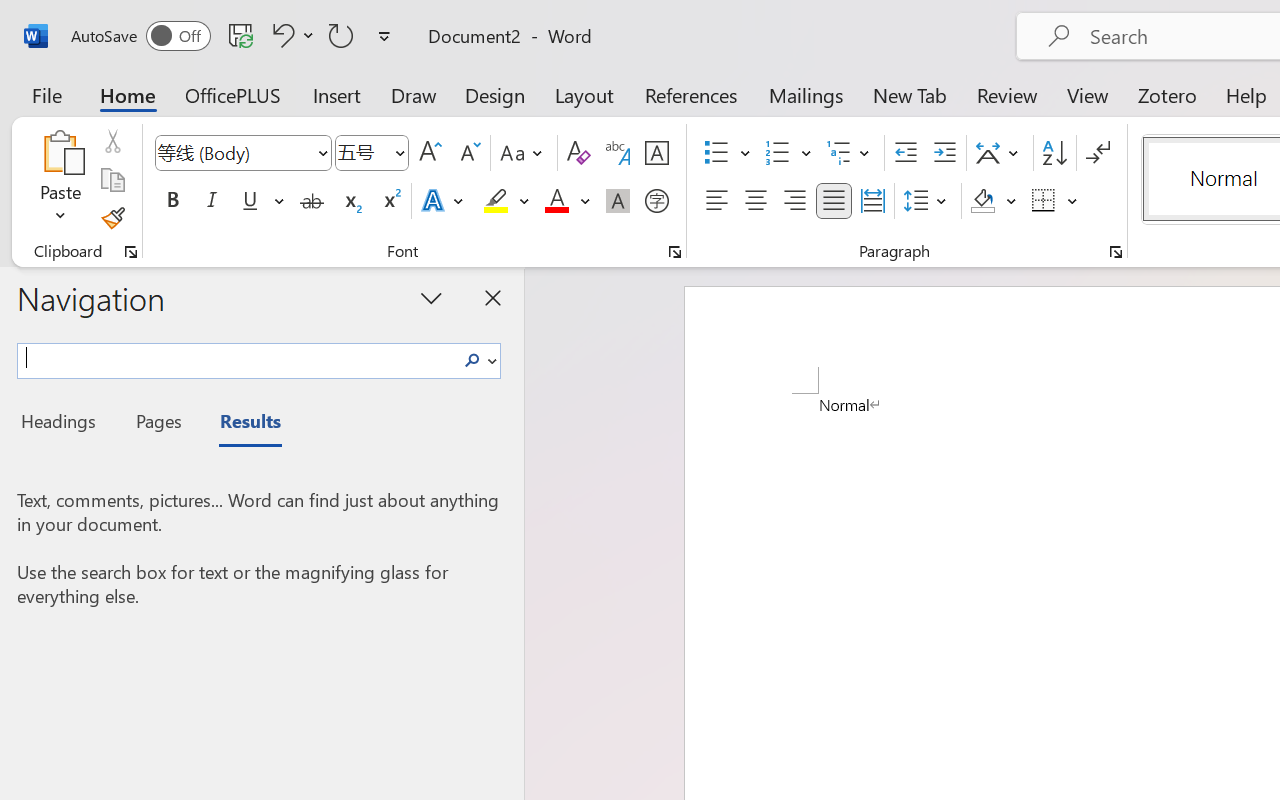 The width and height of the screenshot is (1280, 800). Describe the element at coordinates (384, 35) in the screenshot. I see `'Customize Quick Access Toolbar'` at that location.